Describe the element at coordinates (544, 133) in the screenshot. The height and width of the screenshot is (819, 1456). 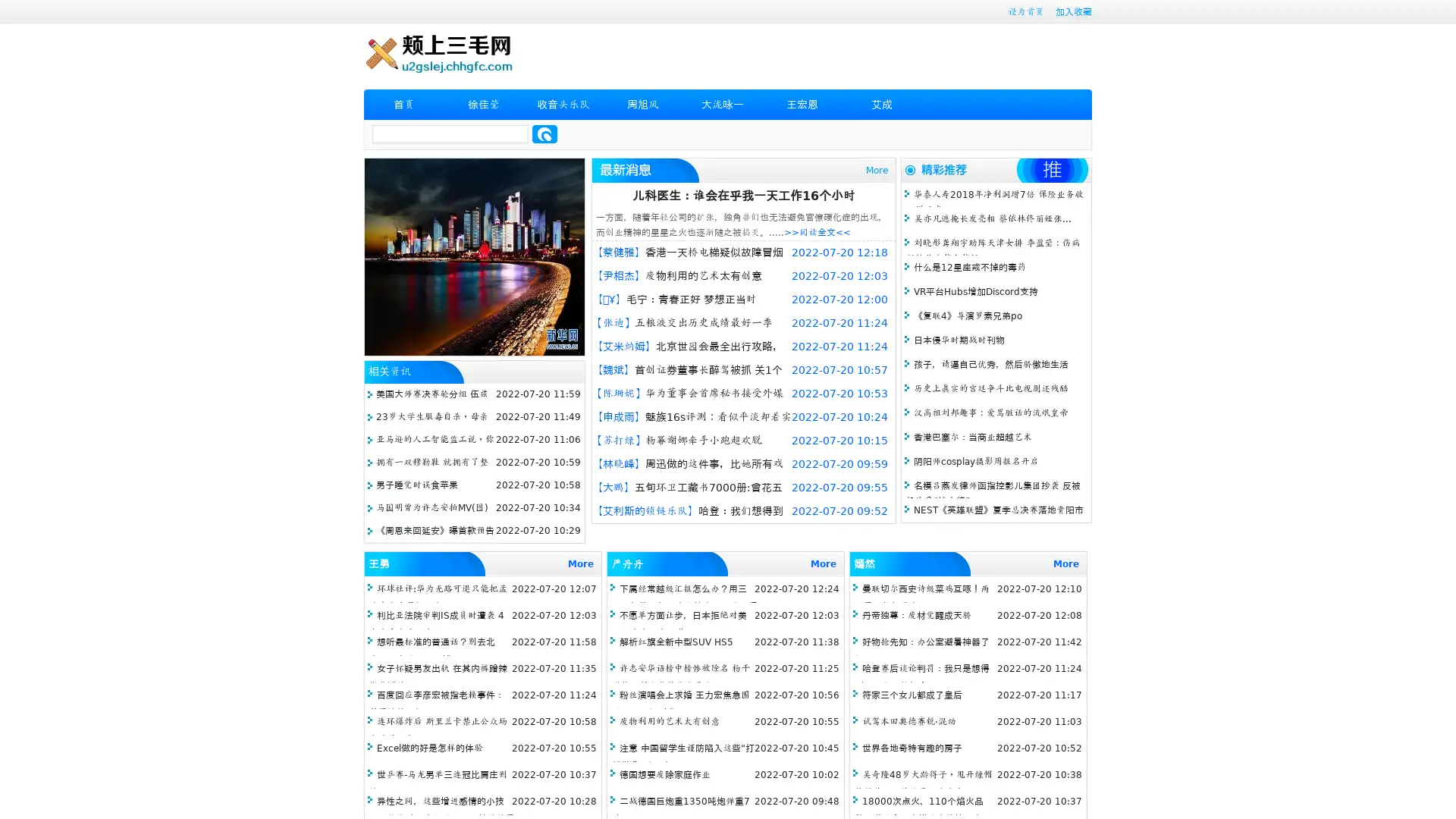
I see `Search` at that location.